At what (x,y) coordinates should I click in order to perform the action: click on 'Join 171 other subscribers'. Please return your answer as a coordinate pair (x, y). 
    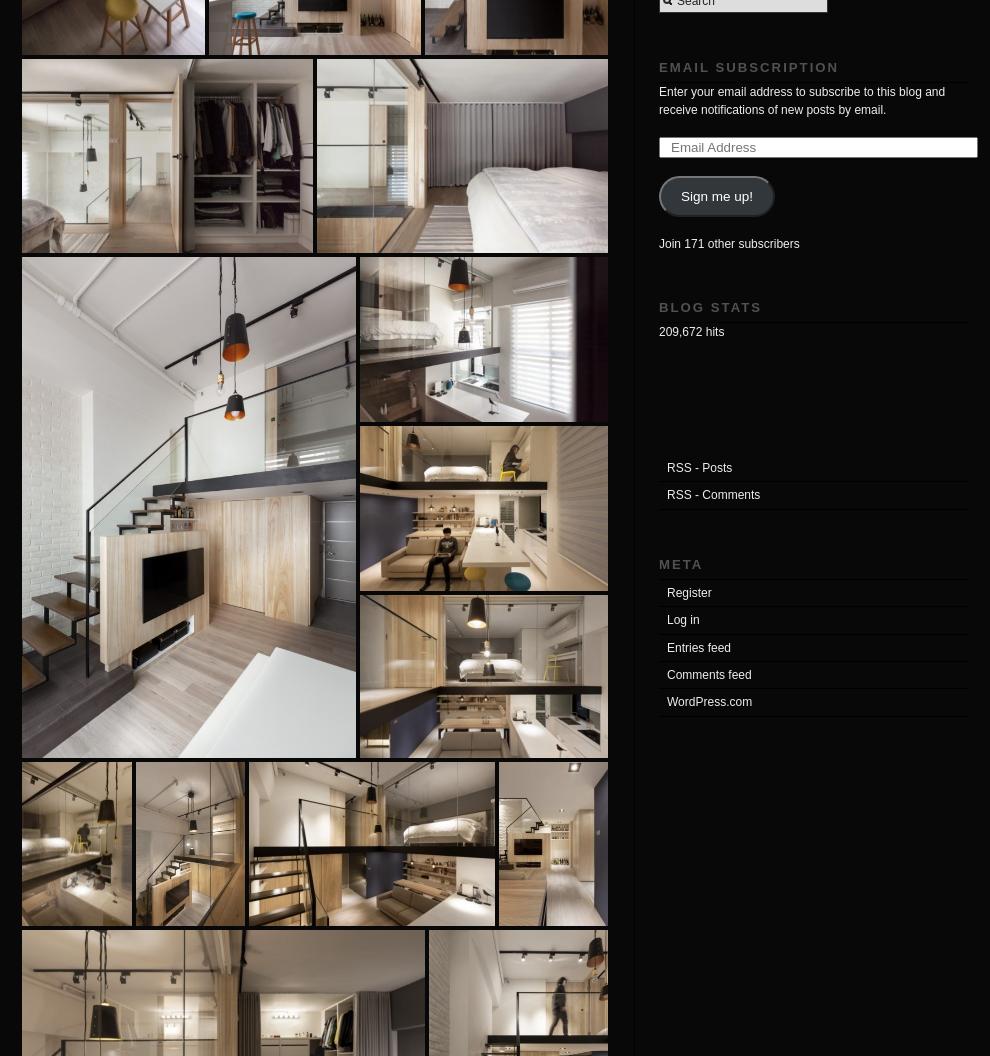
    Looking at the image, I should click on (728, 241).